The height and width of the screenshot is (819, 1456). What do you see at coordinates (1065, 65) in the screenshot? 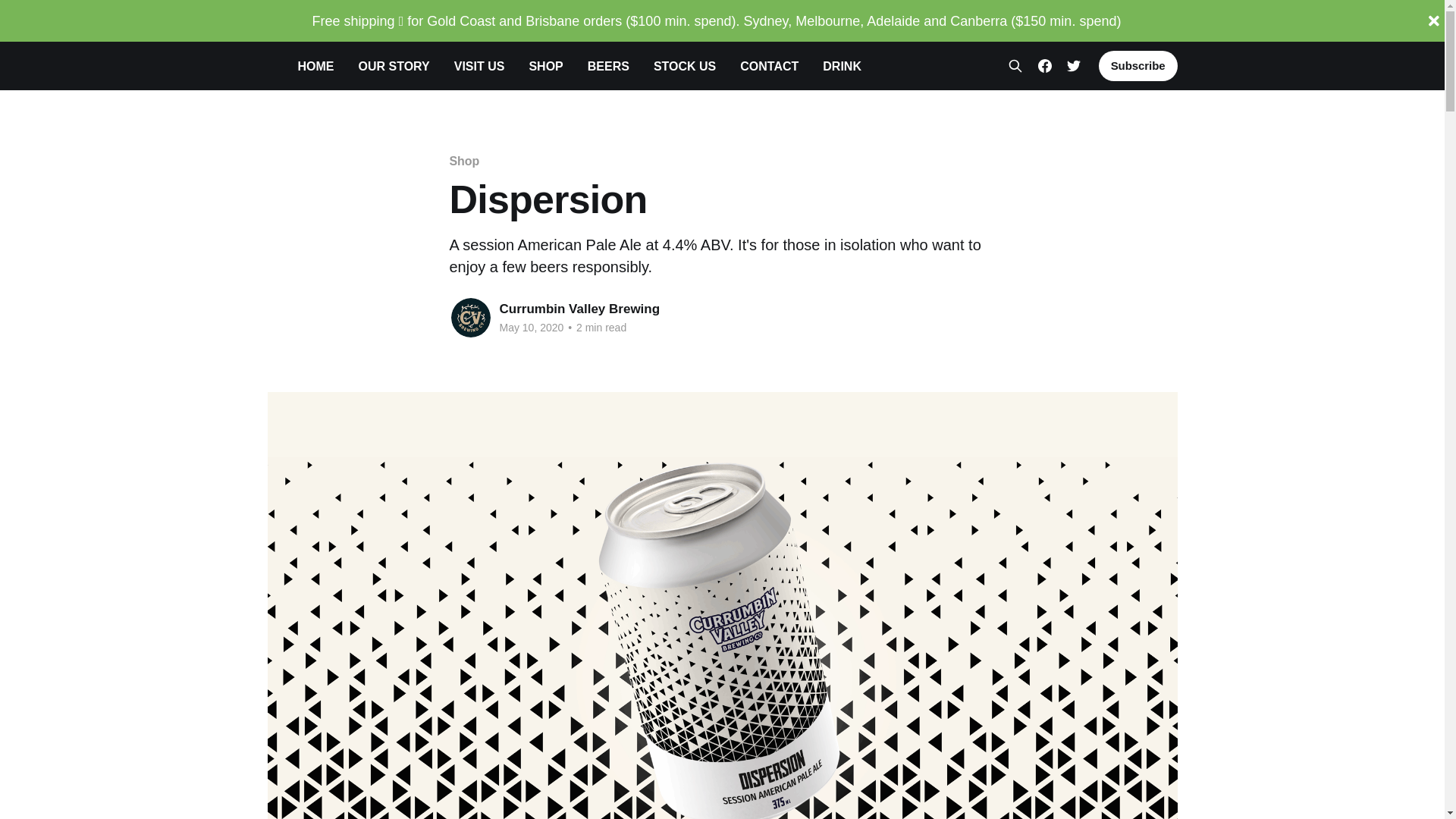
I see `'Twitter'` at bounding box center [1065, 65].